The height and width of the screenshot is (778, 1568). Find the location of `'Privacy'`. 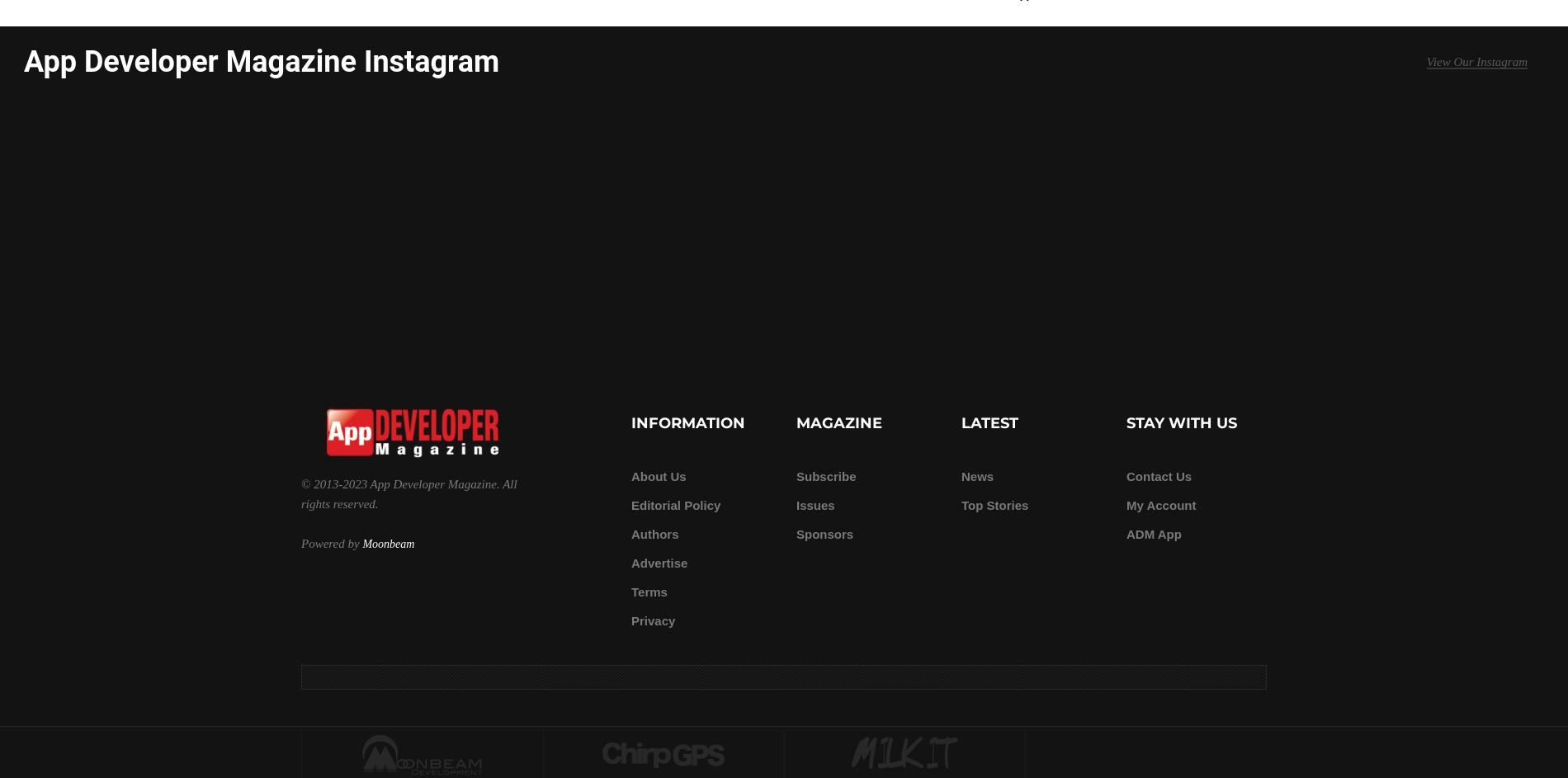

'Privacy' is located at coordinates (652, 620).